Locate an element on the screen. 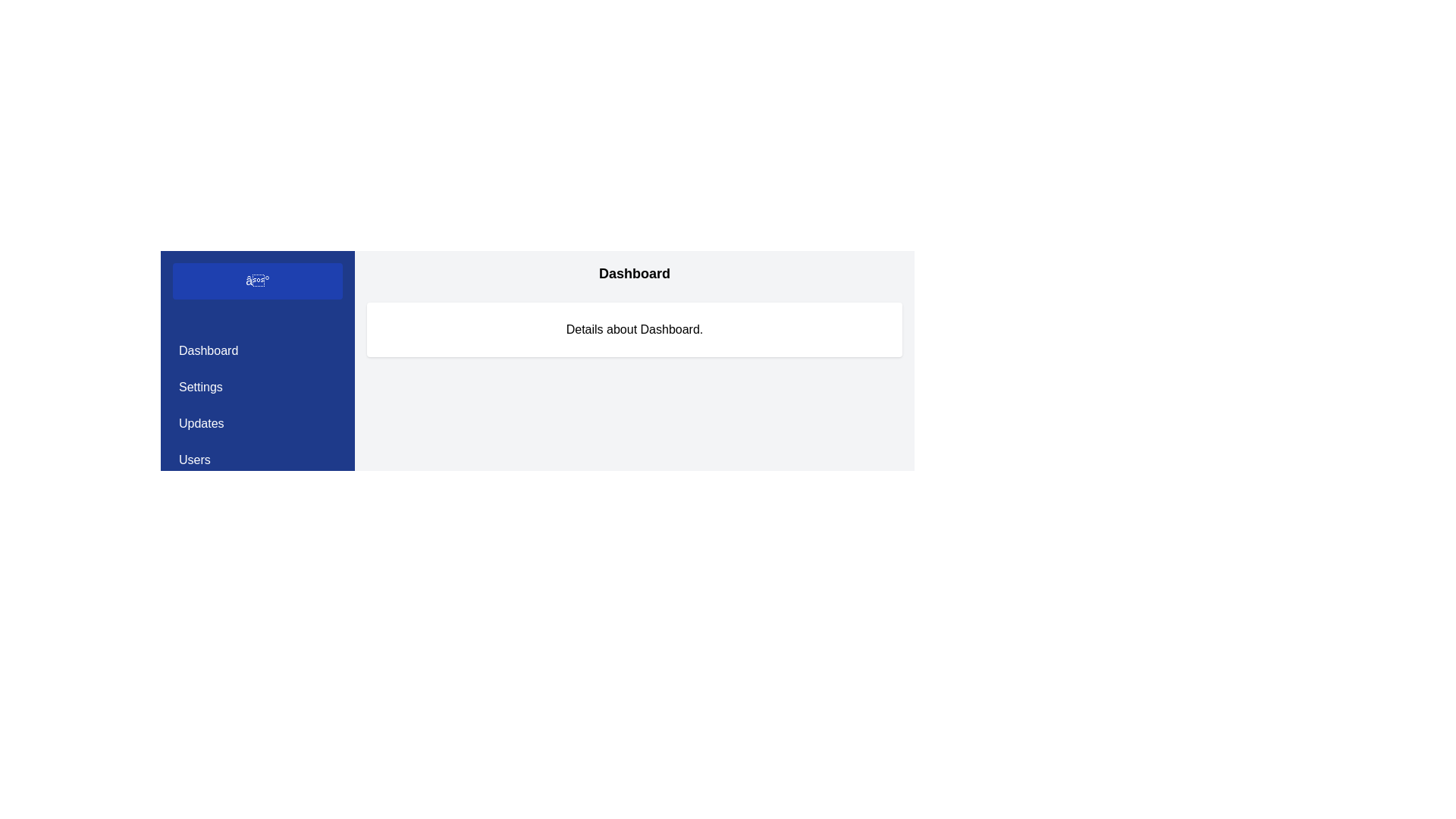 This screenshot has width=1456, height=819. the 'Settings' button in the vertical sidebar menu is located at coordinates (258, 386).